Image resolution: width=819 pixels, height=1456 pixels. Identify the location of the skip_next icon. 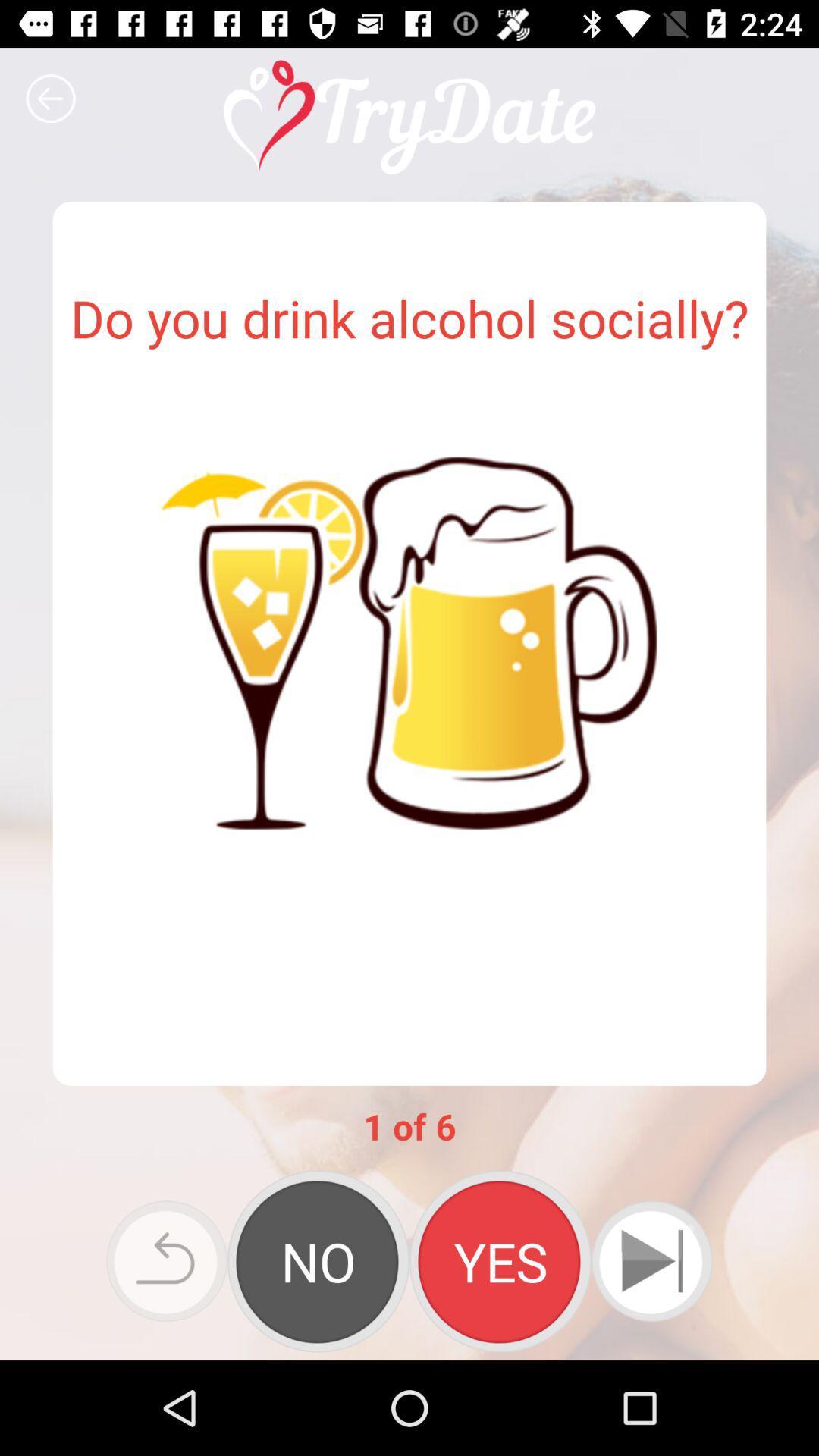
(651, 1261).